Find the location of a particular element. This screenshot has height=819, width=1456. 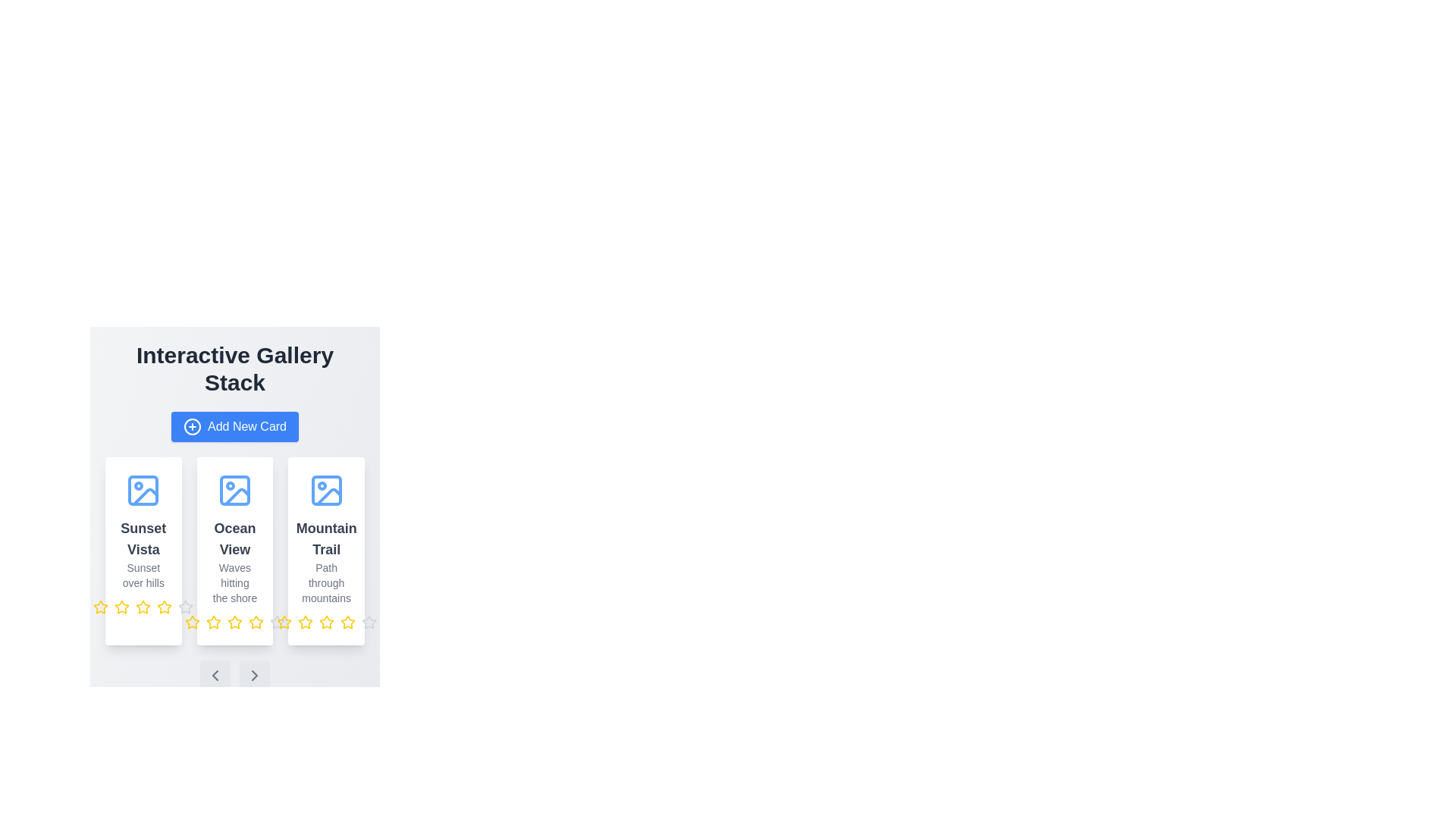

the backward navigation button located at the bottom-left corner of the gallery interface to observe styling changes is located at coordinates (214, 675).